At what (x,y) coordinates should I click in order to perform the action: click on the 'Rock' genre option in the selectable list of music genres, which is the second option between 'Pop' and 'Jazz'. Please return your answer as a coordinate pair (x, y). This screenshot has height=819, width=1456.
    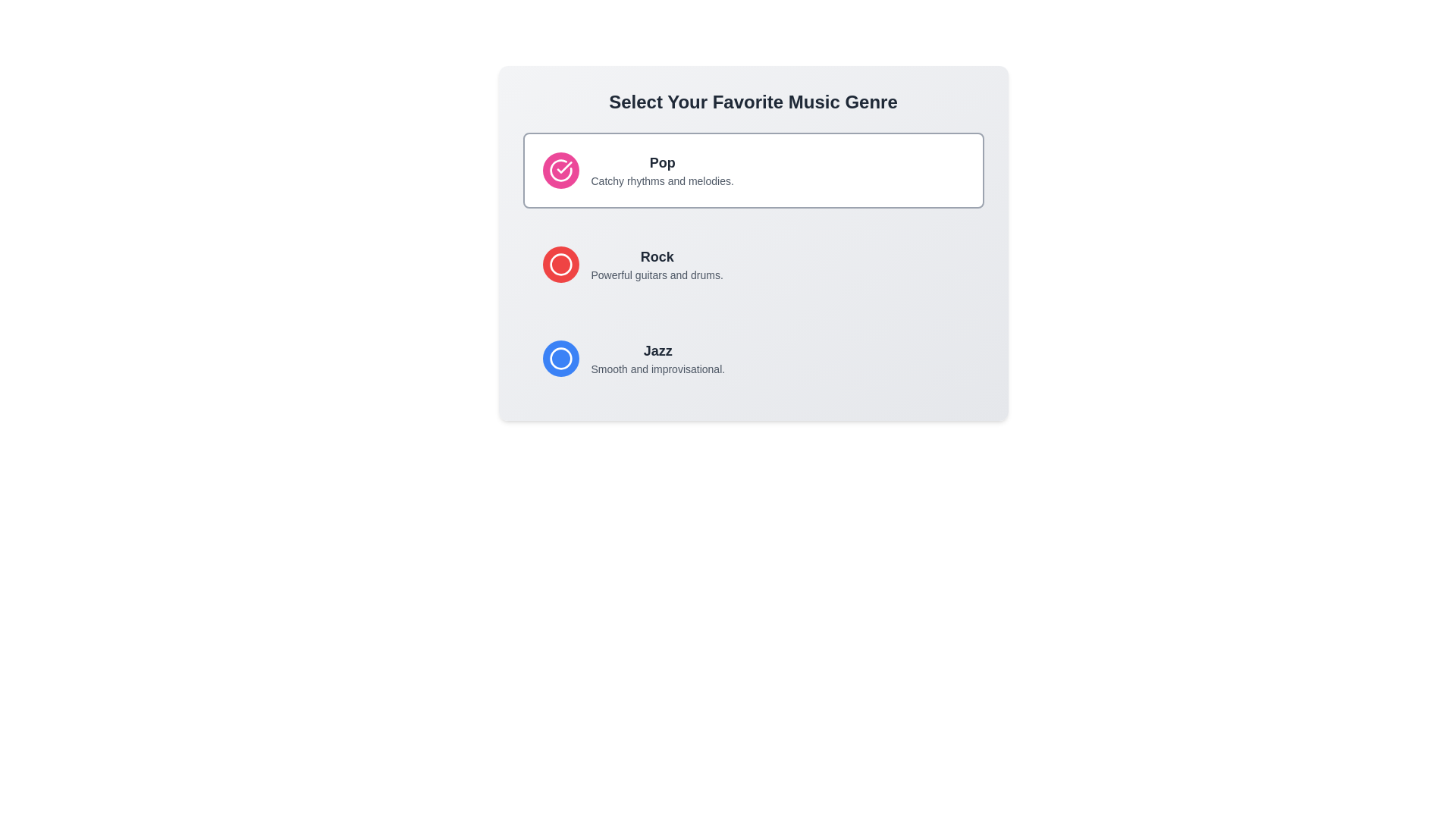
    Looking at the image, I should click on (753, 263).